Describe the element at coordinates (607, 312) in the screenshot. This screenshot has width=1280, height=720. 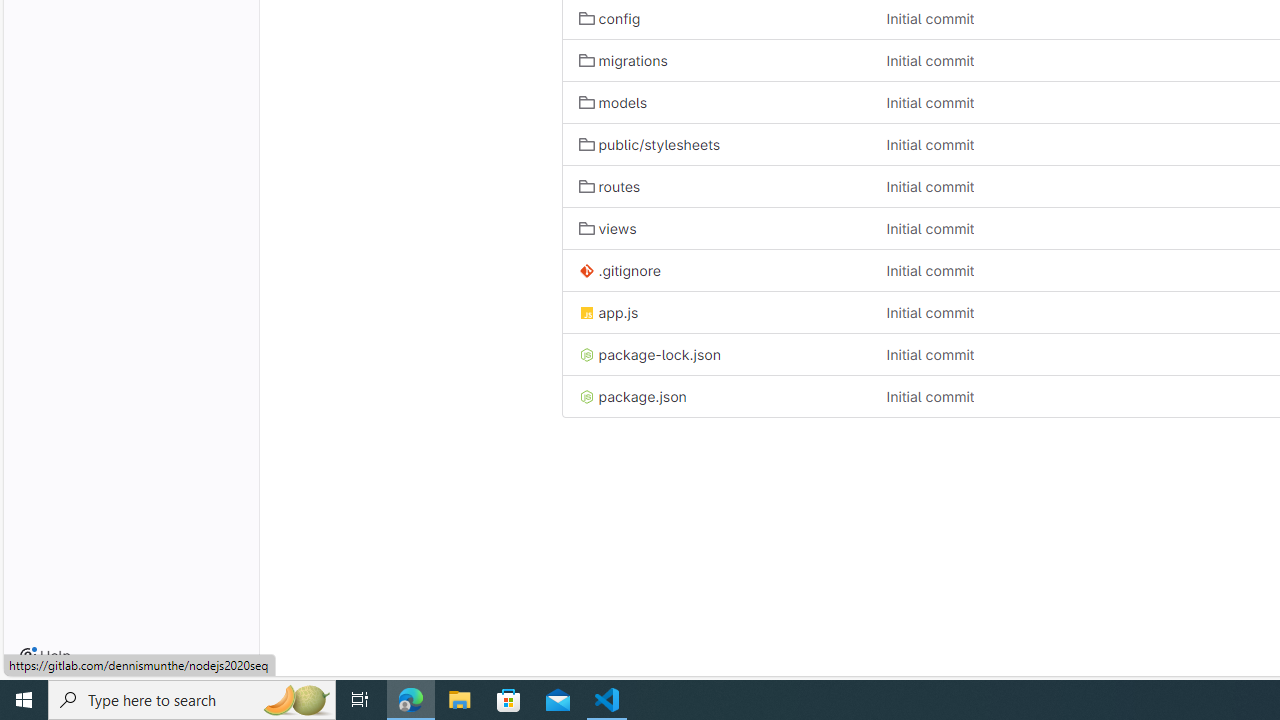
I see `'app.js'` at that location.